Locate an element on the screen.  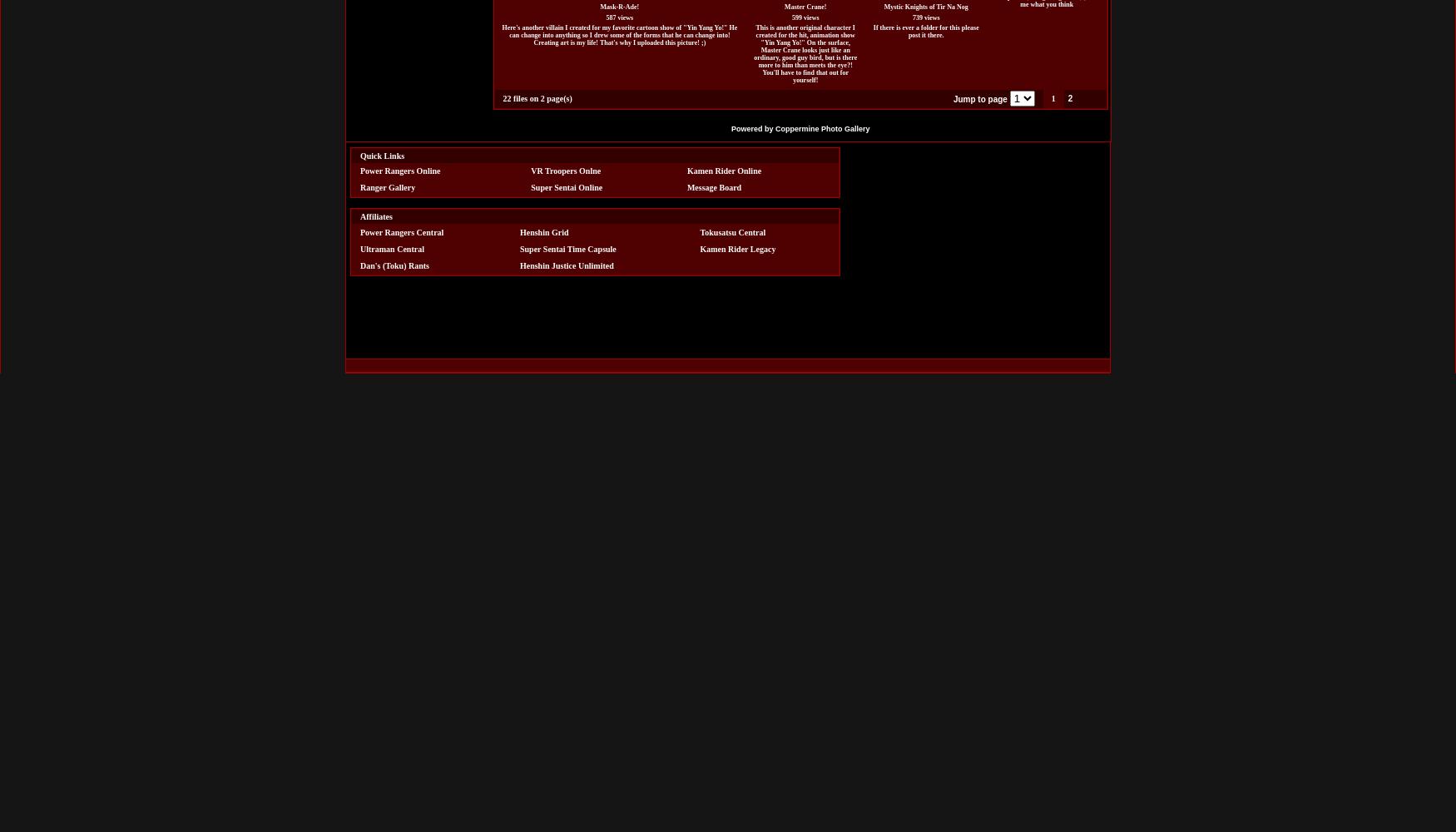
'Master Crane!' is located at coordinates (805, 6).